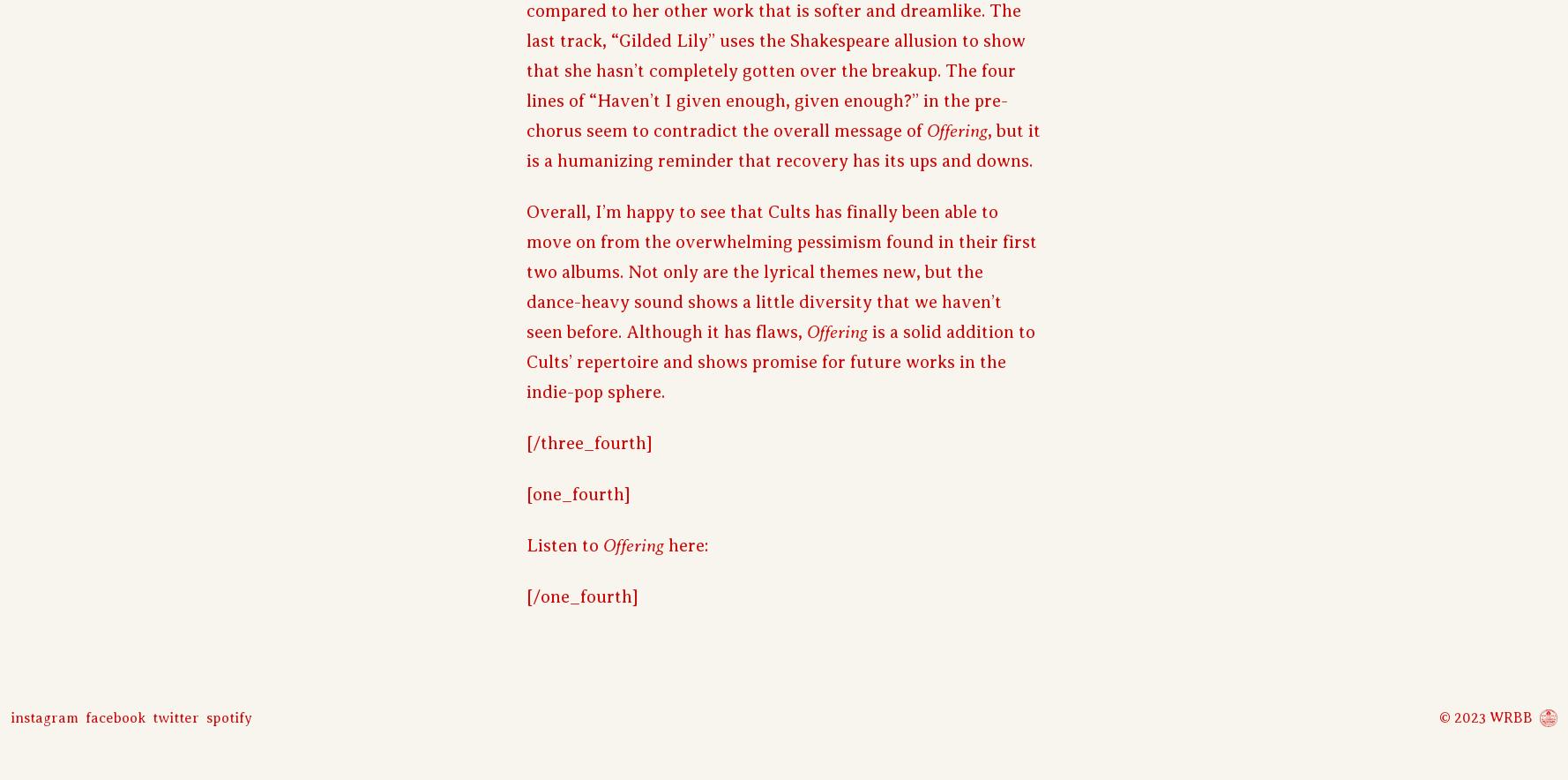 The height and width of the screenshot is (780, 1568). Describe the element at coordinates (228, 717) in the screenshot. I see `'spotify'` at that location.